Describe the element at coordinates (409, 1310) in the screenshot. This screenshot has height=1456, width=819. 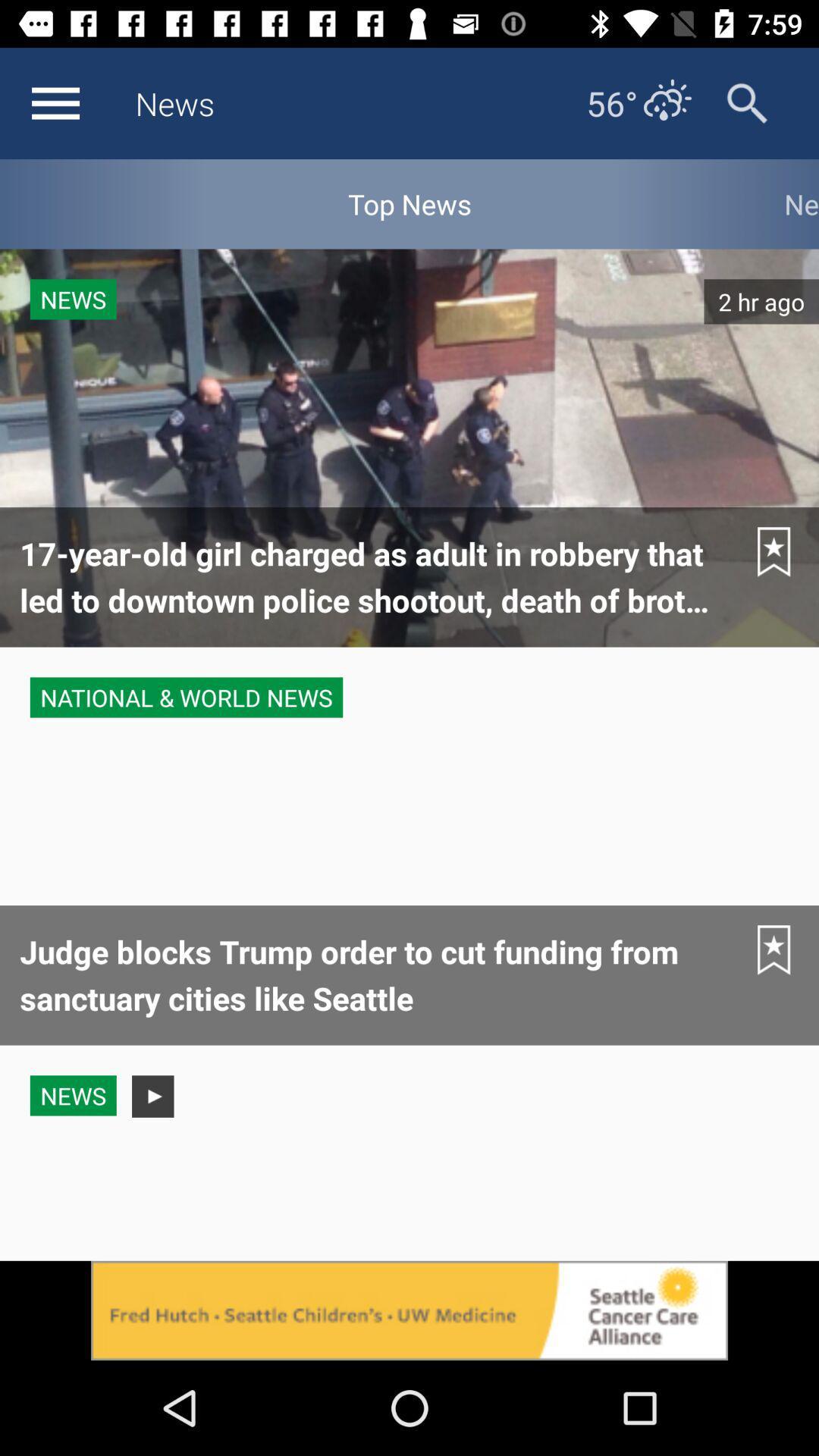
I see `advertisement` at that location.